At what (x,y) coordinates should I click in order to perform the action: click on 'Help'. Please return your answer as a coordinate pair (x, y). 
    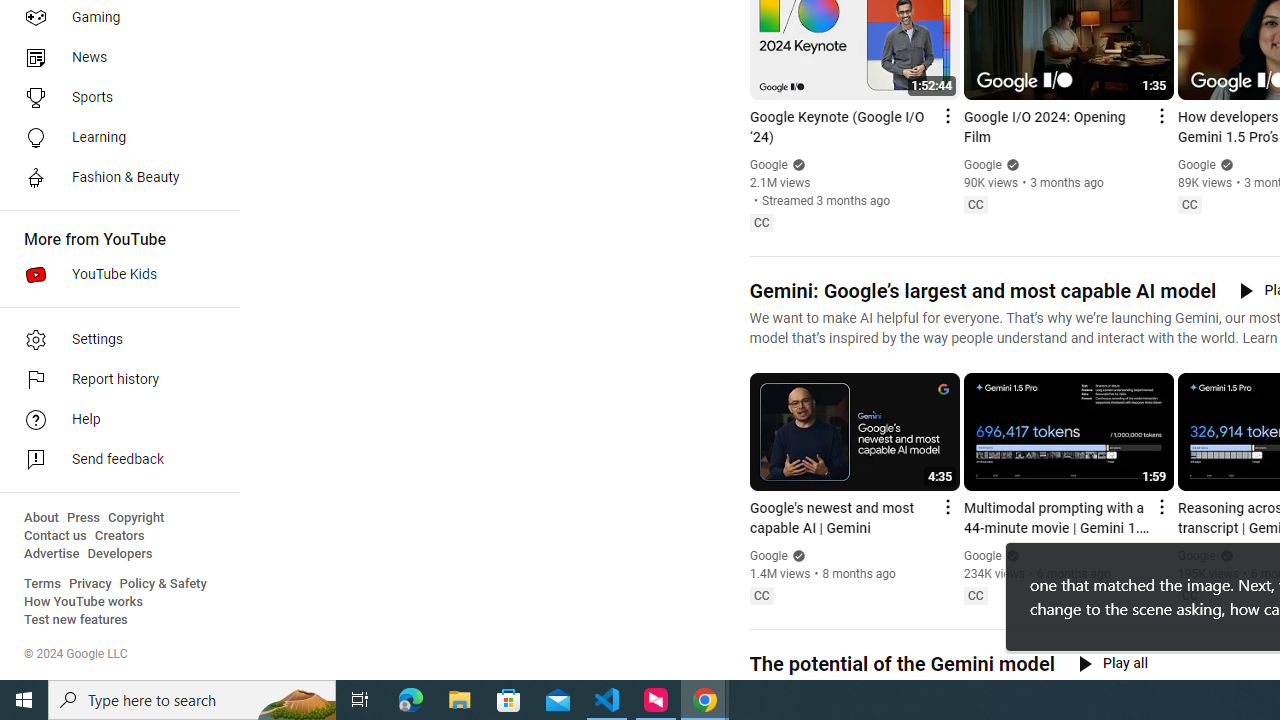
    Looking at the image, I should click on (112, 419).